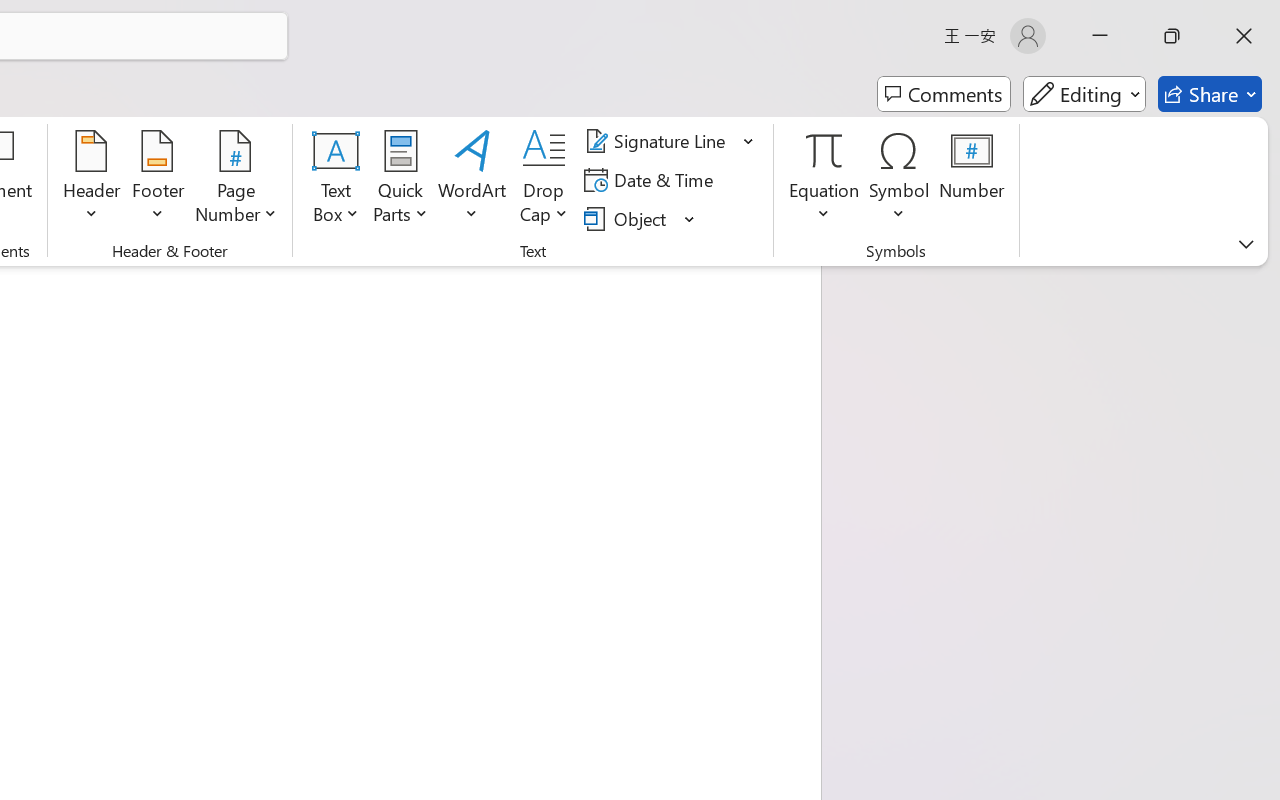  I want to click on 'Minimize', so click(1099, 35).